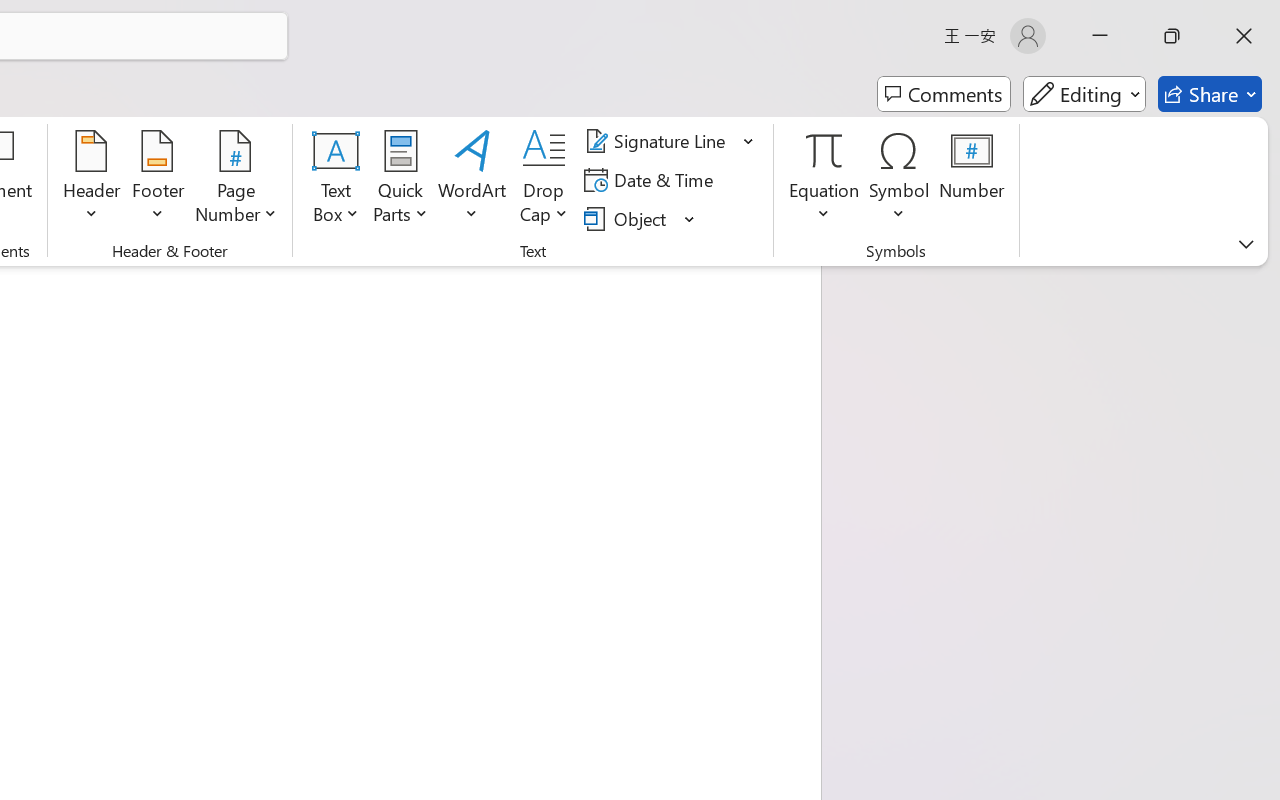  I want to click on 'Minimize', so click(1099, 35).